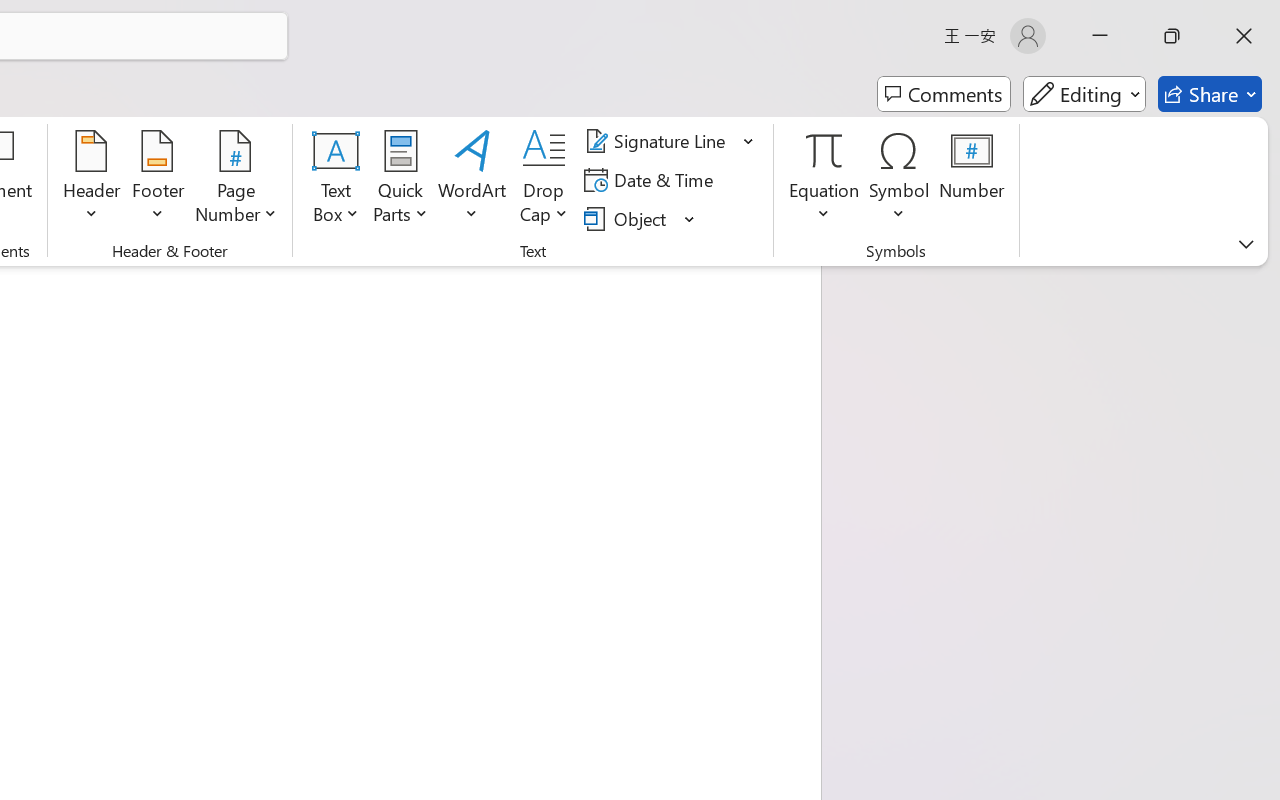  I want to click on 'Minimize', so click(1099, 35).